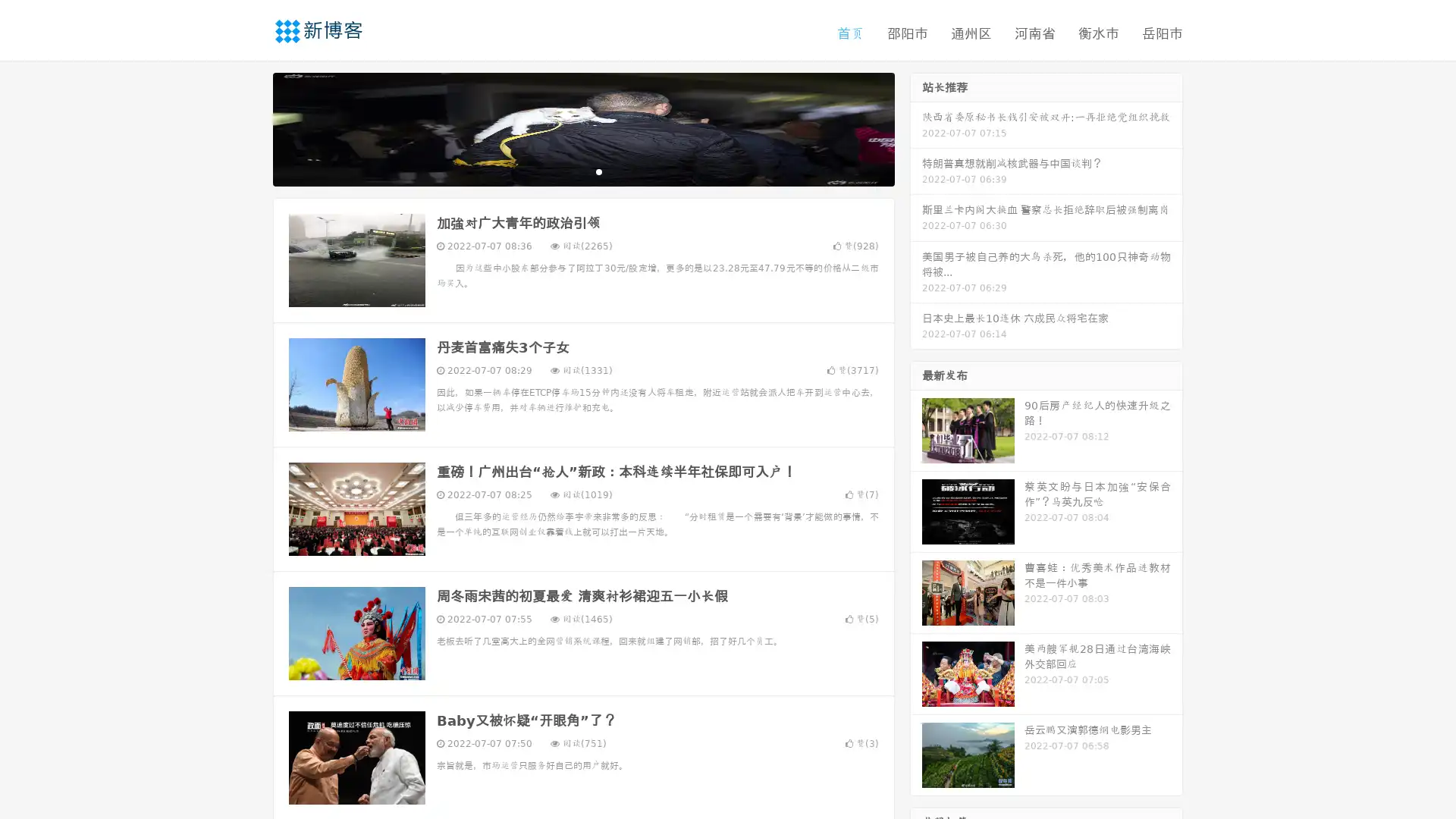 Image resolution: width=1456 pixels, height=819 pixels. I want to click on Go to slide 3, so click(598, 171).